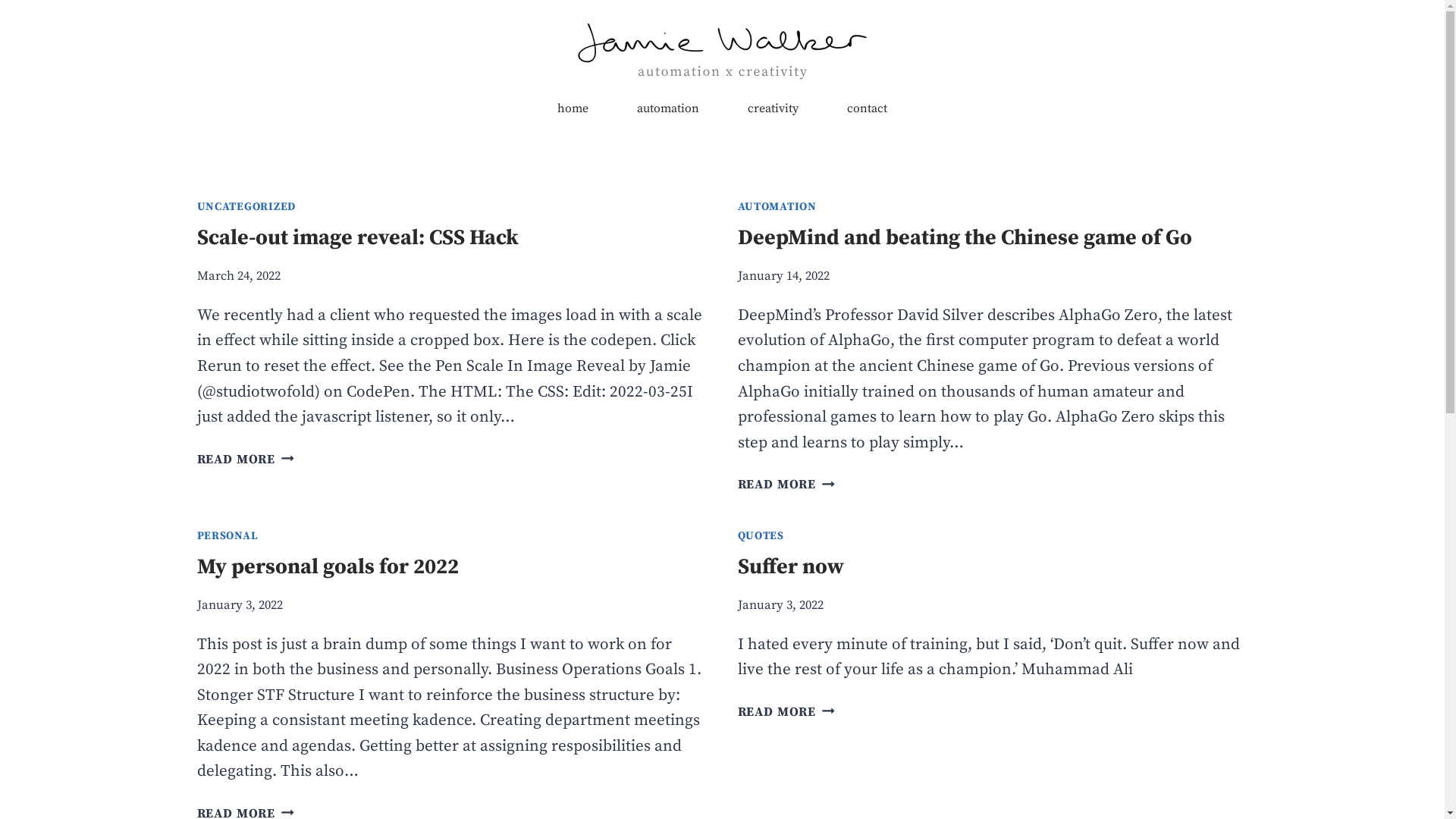 Image resolution: width=1456 pixels, height=819 pixels. What do you see at coordinates (246, 459) in the screenshot?
I see `'READ MORE` at bounding box center [246, 459].